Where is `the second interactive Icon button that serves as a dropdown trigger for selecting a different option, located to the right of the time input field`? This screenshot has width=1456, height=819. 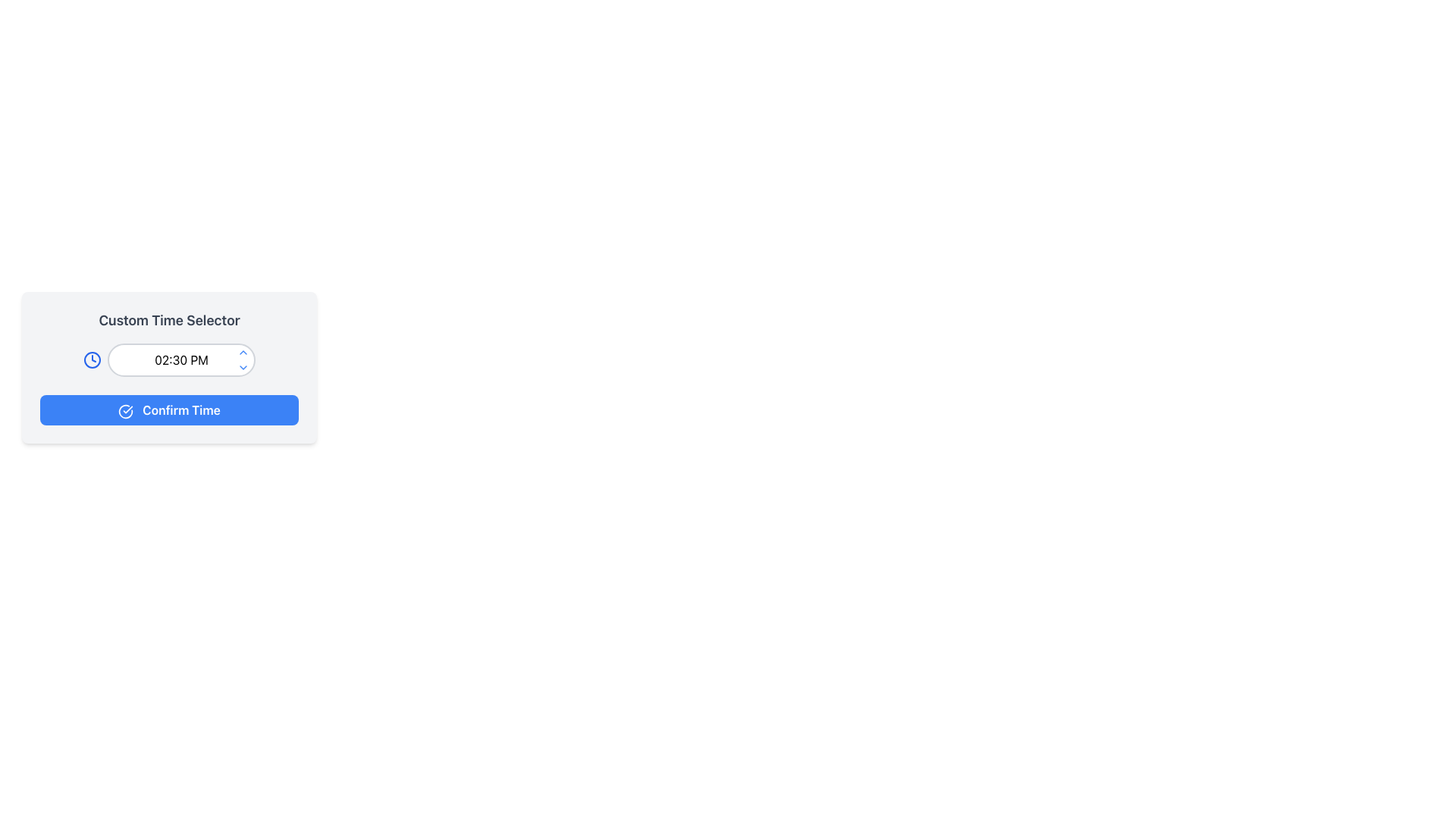 the second interactive Icon button that serves as a dropdown trigger for selecting a different option, located to the right of the time input field is located at coordinates (243, 368).